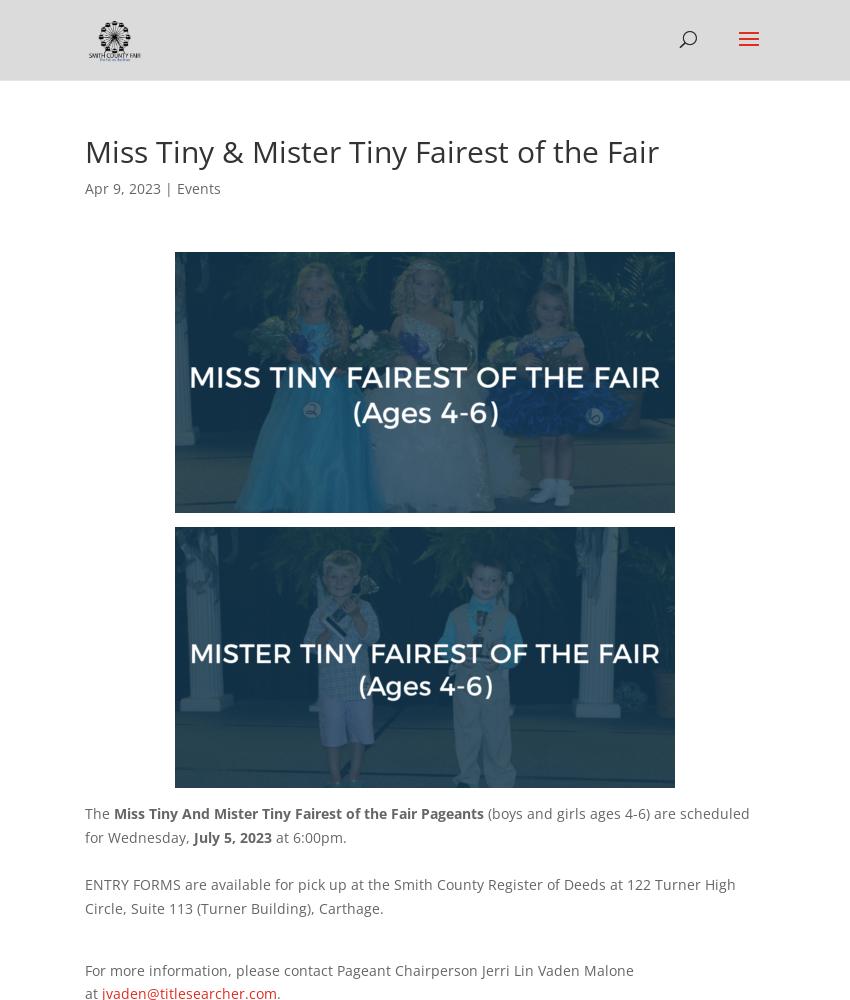  I want to click on 'Apr 9, 2023', so click(85, 188).